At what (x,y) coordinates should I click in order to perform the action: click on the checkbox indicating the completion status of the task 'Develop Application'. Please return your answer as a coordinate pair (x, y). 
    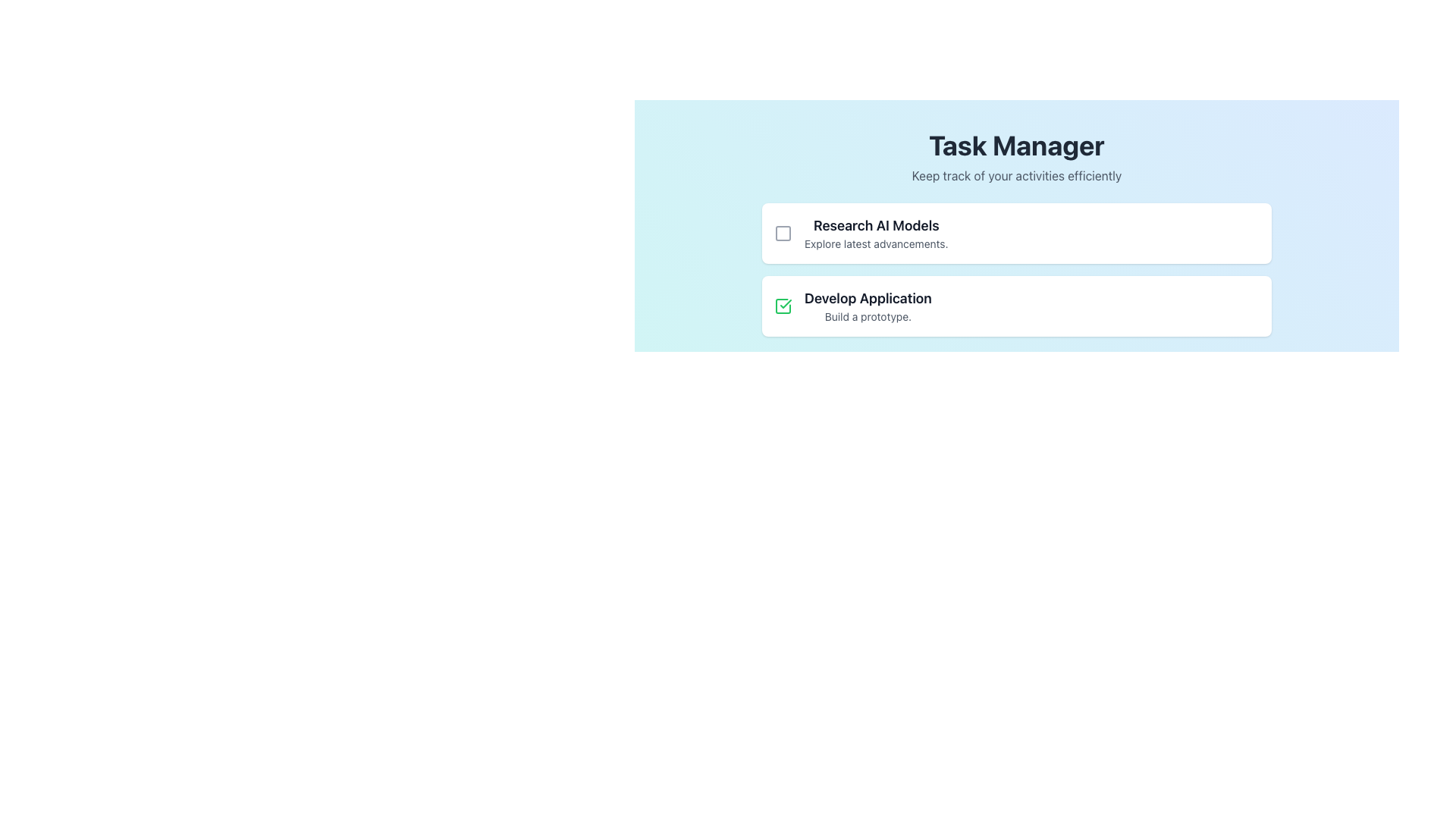
    Looking at the image, I should click on (783, 306).